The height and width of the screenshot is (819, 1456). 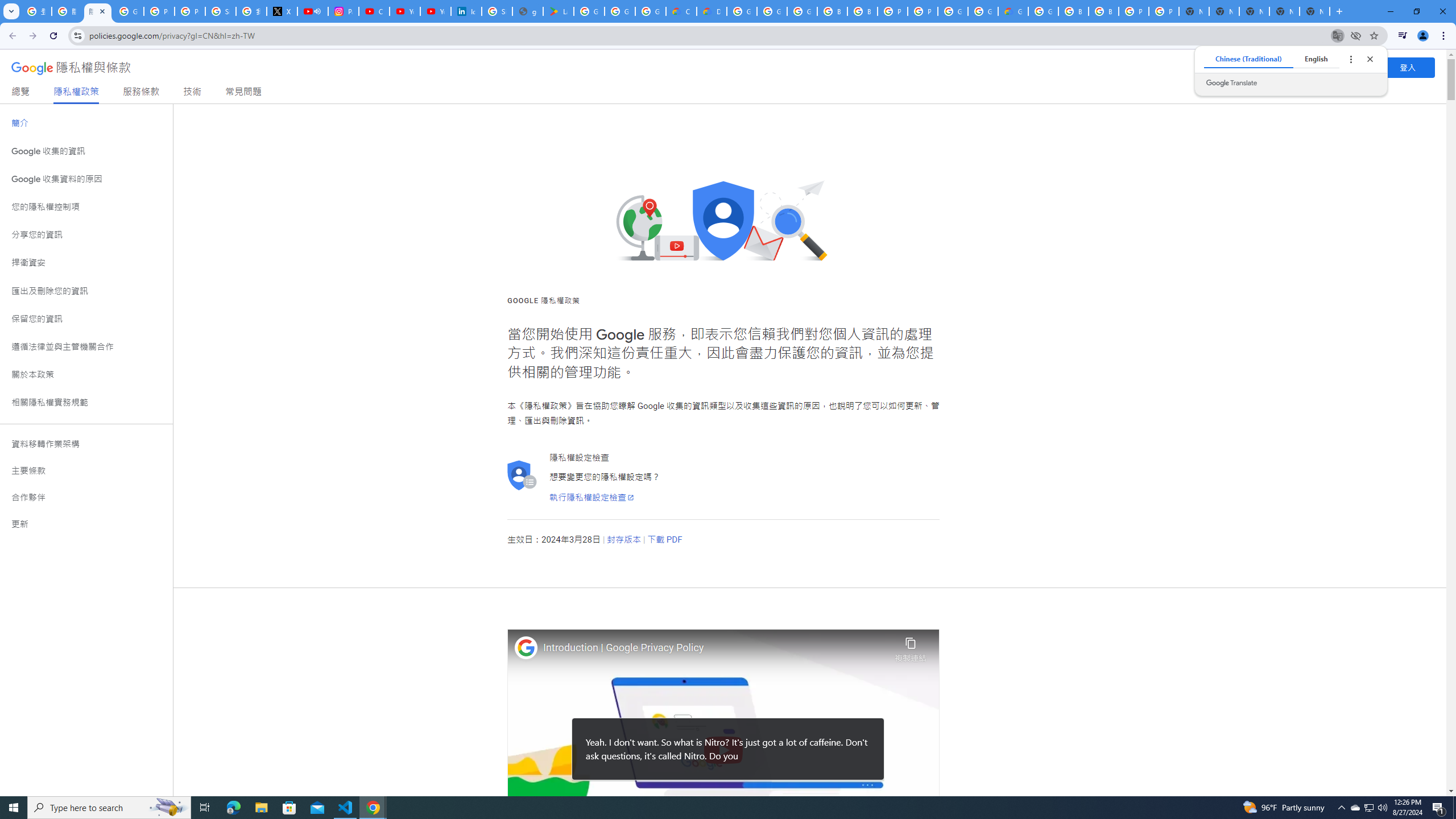 What do you see at coordinates (435, 11) in the screenshot?
I see `'YouTube Culture & Trends - YouTube Top 10, 2021'` at bounding box center [435, 11].